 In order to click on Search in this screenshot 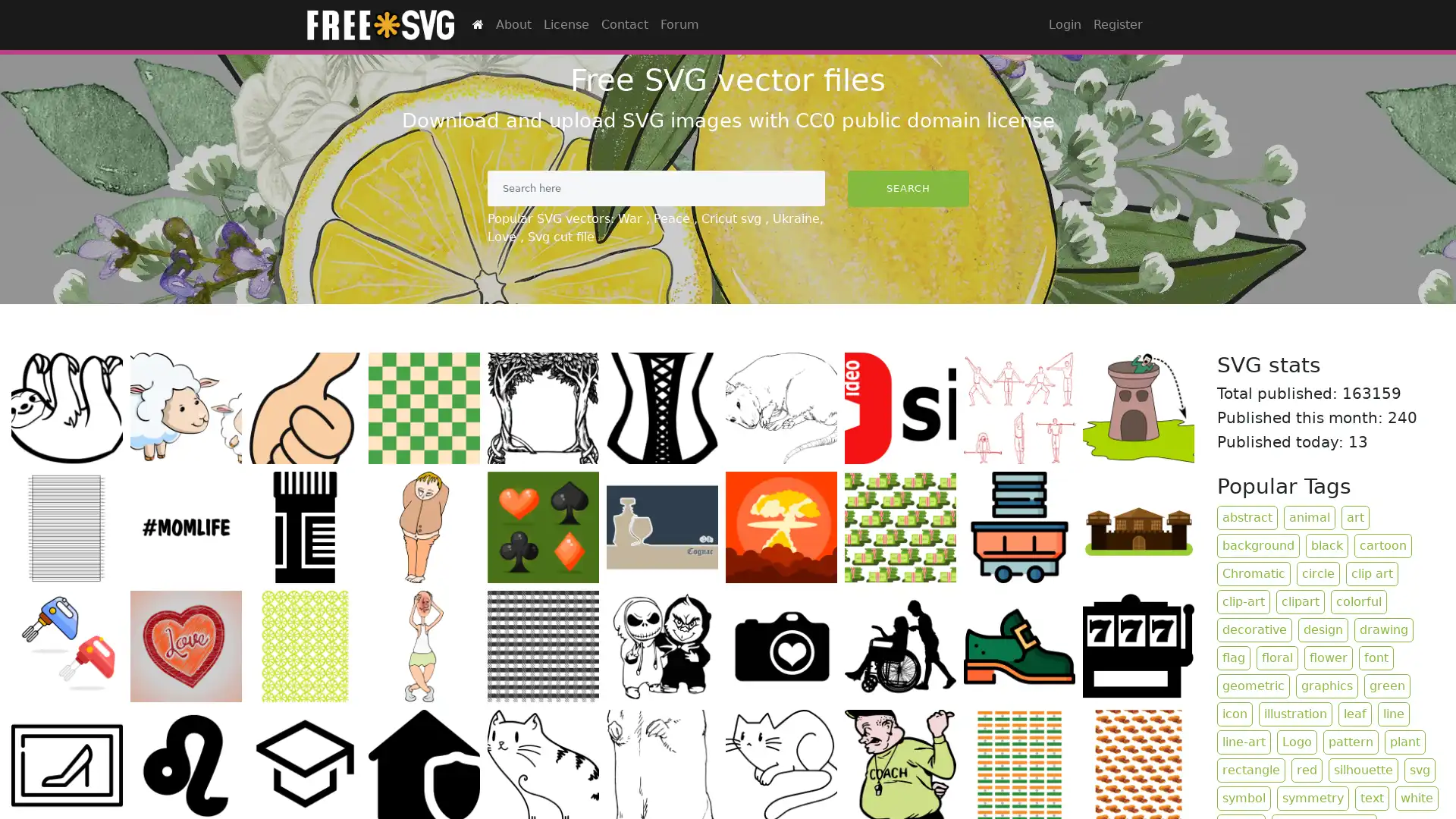, I will do `click(907, 187)`.